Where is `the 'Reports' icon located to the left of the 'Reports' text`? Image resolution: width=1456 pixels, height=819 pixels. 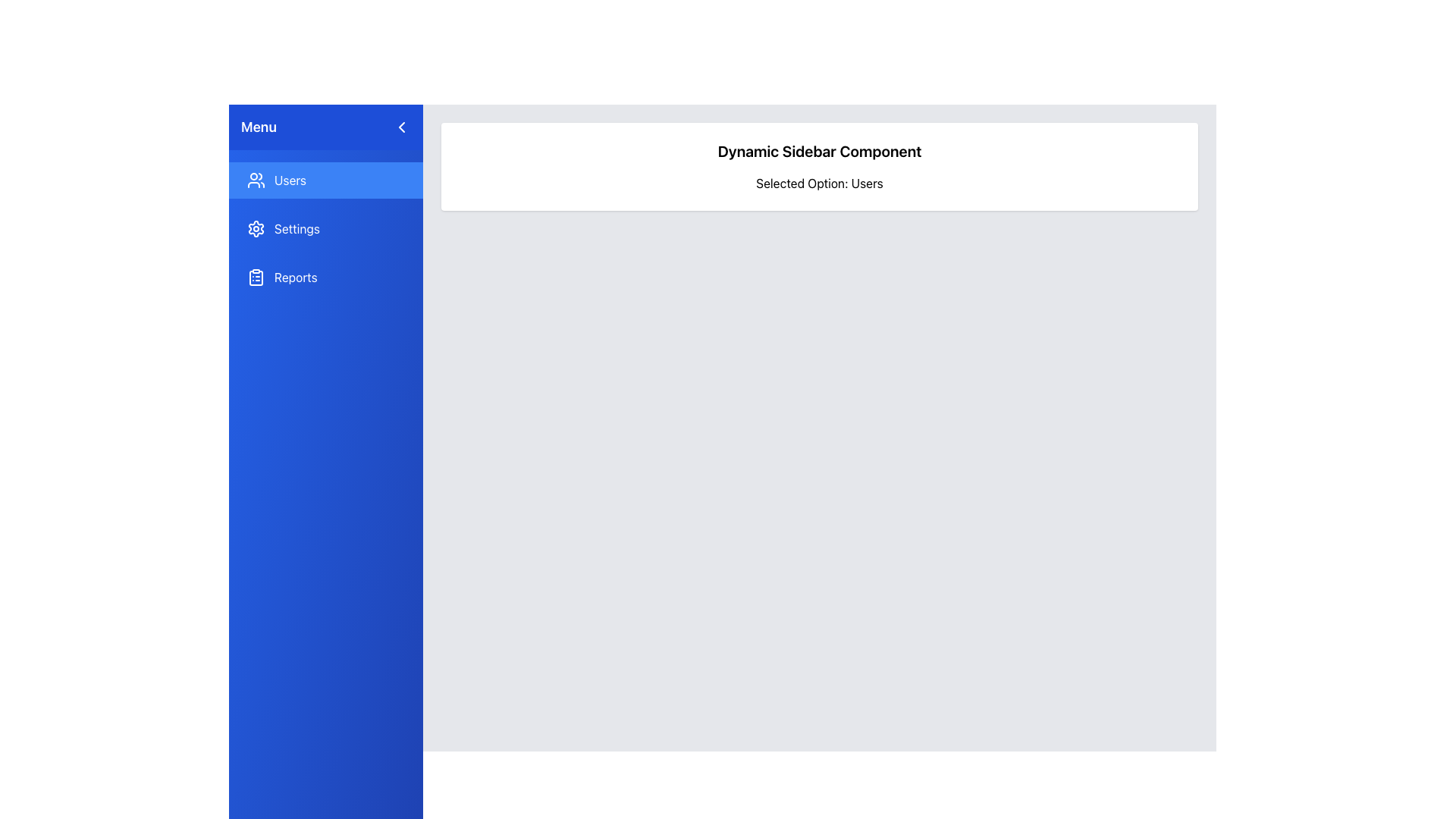 the 'Reports' icon located to the left of the 'Reports' text is located at coordinates (256, 278).